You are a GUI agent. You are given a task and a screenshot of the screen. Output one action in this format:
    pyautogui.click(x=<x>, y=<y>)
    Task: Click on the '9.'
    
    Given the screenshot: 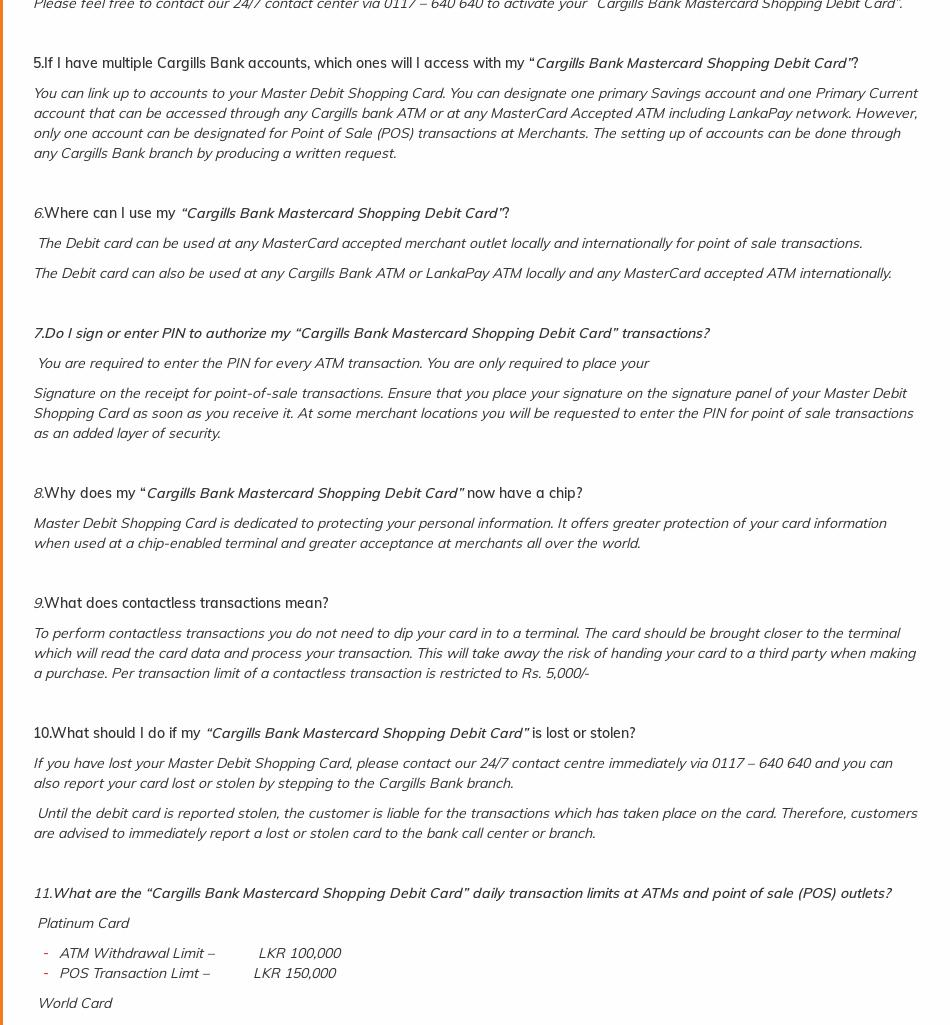 What is the action you would take?
    pyautogui.click(x=38, y=603)
    